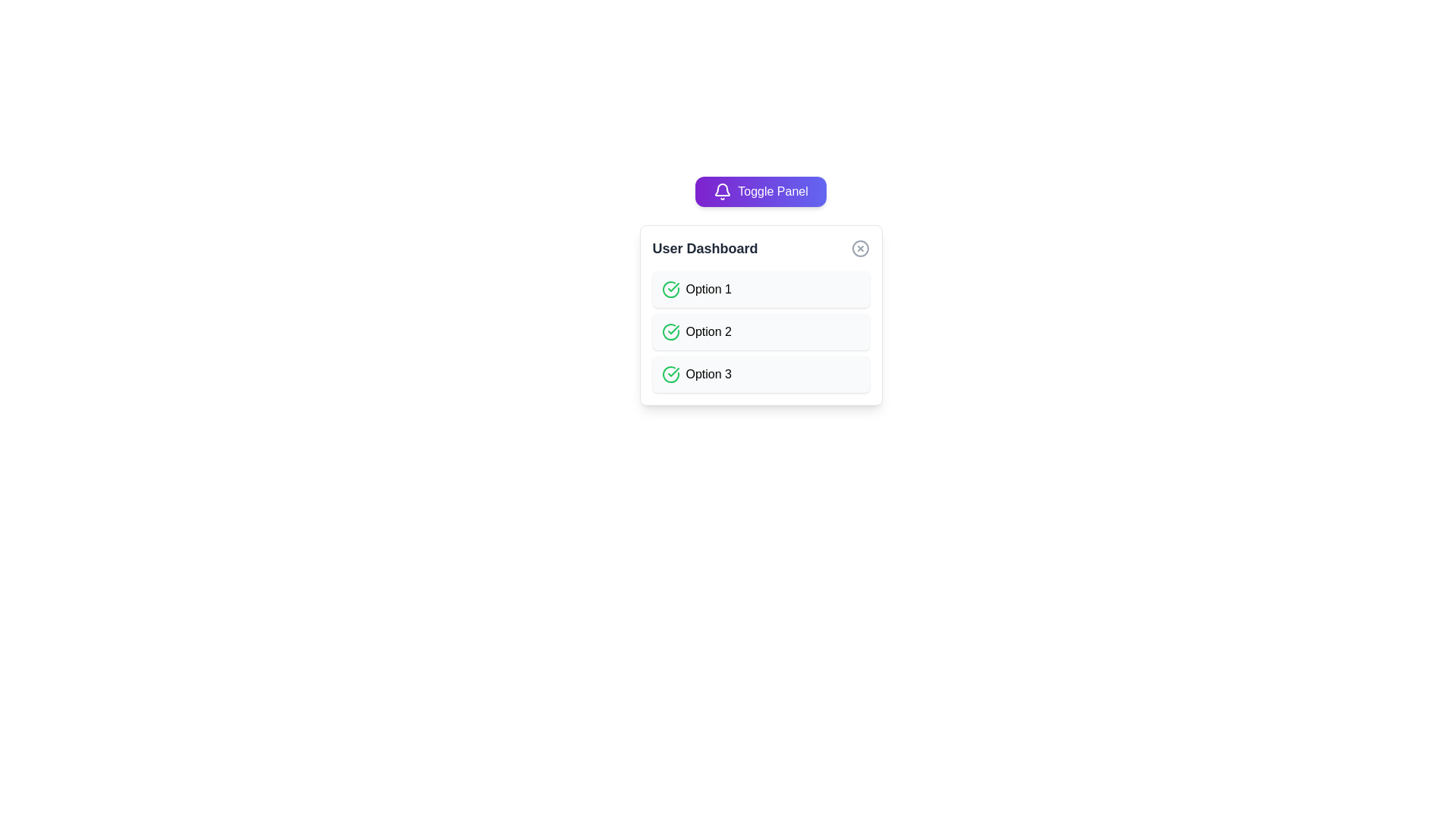 The image size is (1456, 819). Describe the element at coordinates (761, 374) in the screenshot. I see `the third item in the vertically stacked list of options in the 'User Dashboard'` at that location.